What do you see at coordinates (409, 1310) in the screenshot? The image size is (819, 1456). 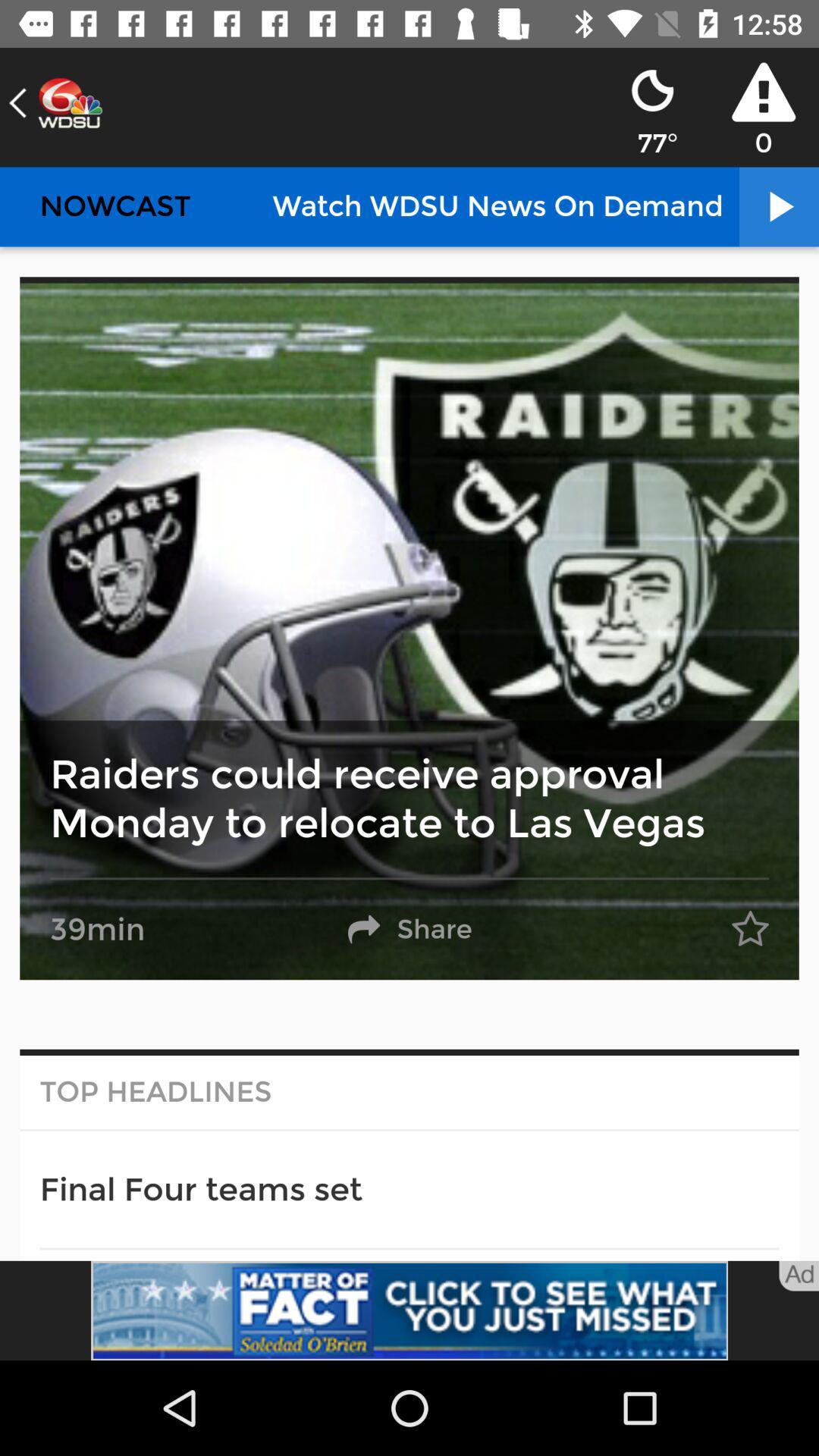 I see `advertisement for matter of fact` at bounding box center [409, 1310].